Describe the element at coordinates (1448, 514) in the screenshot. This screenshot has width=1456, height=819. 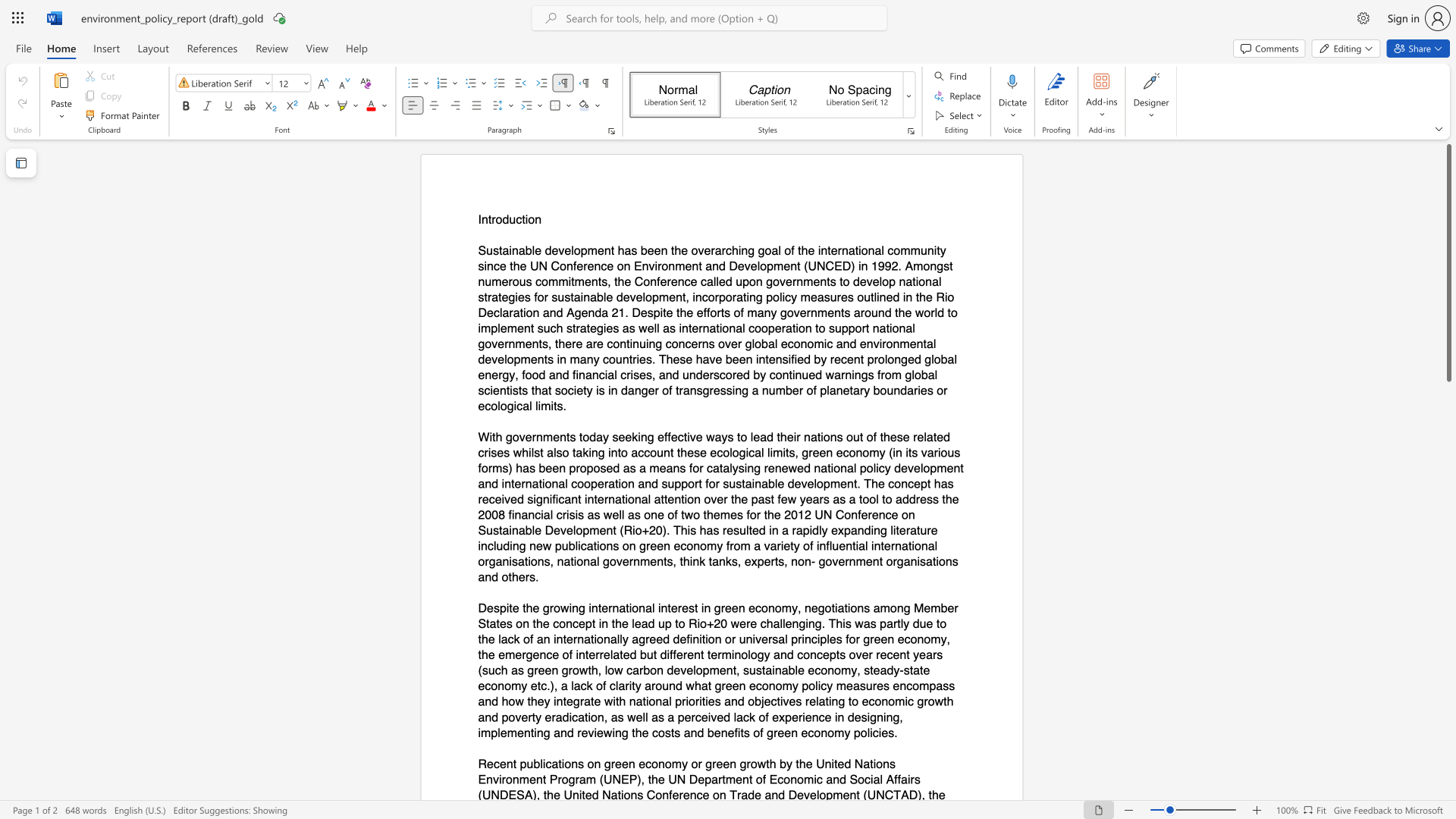
I see `the scrollbar on the right` at that location.